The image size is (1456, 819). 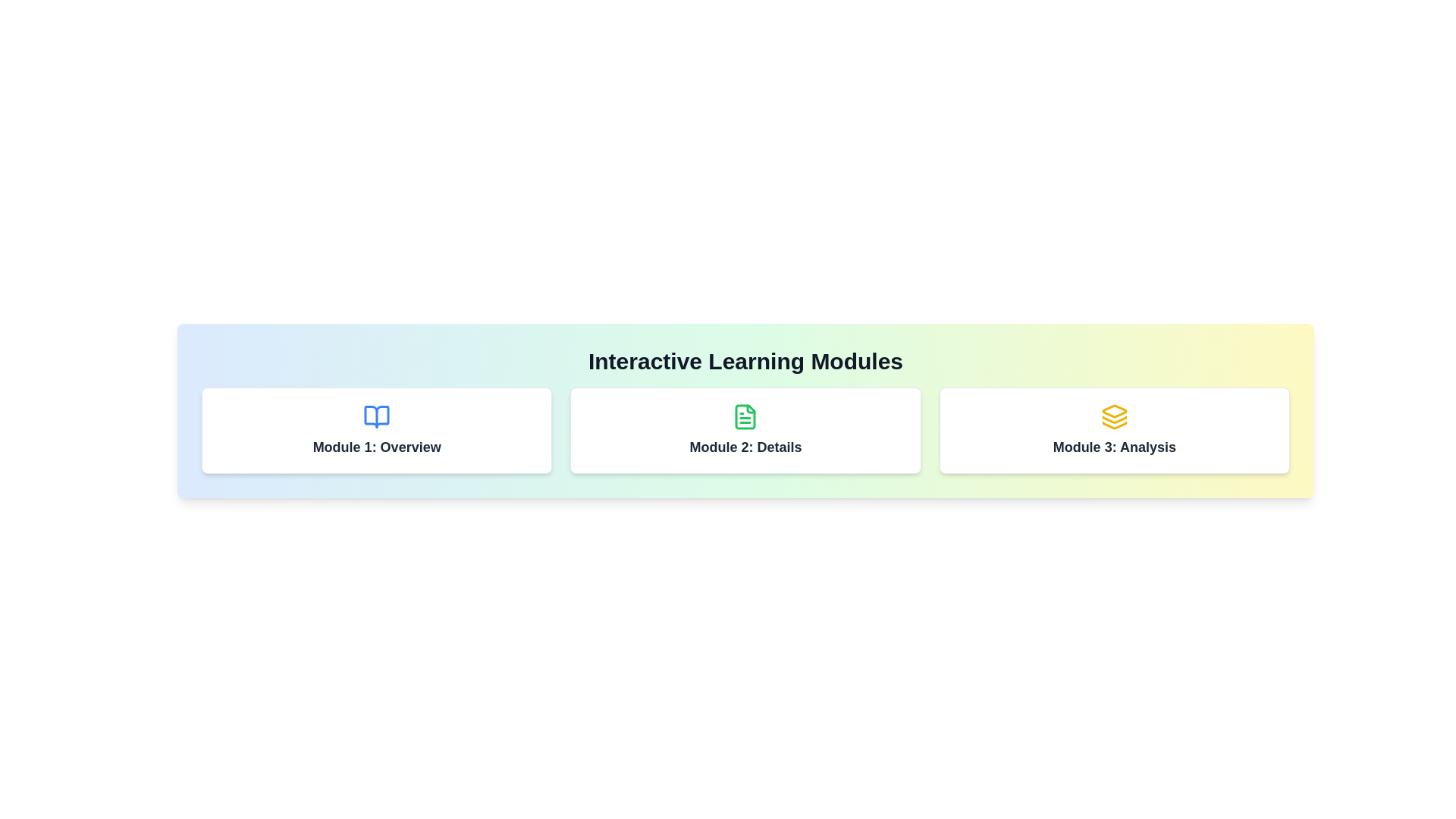 I want to click on contents of the Text Label that serves as the title for the middle module in the 'Interactive Learning Modules' layout, so click(x=745, y=447).